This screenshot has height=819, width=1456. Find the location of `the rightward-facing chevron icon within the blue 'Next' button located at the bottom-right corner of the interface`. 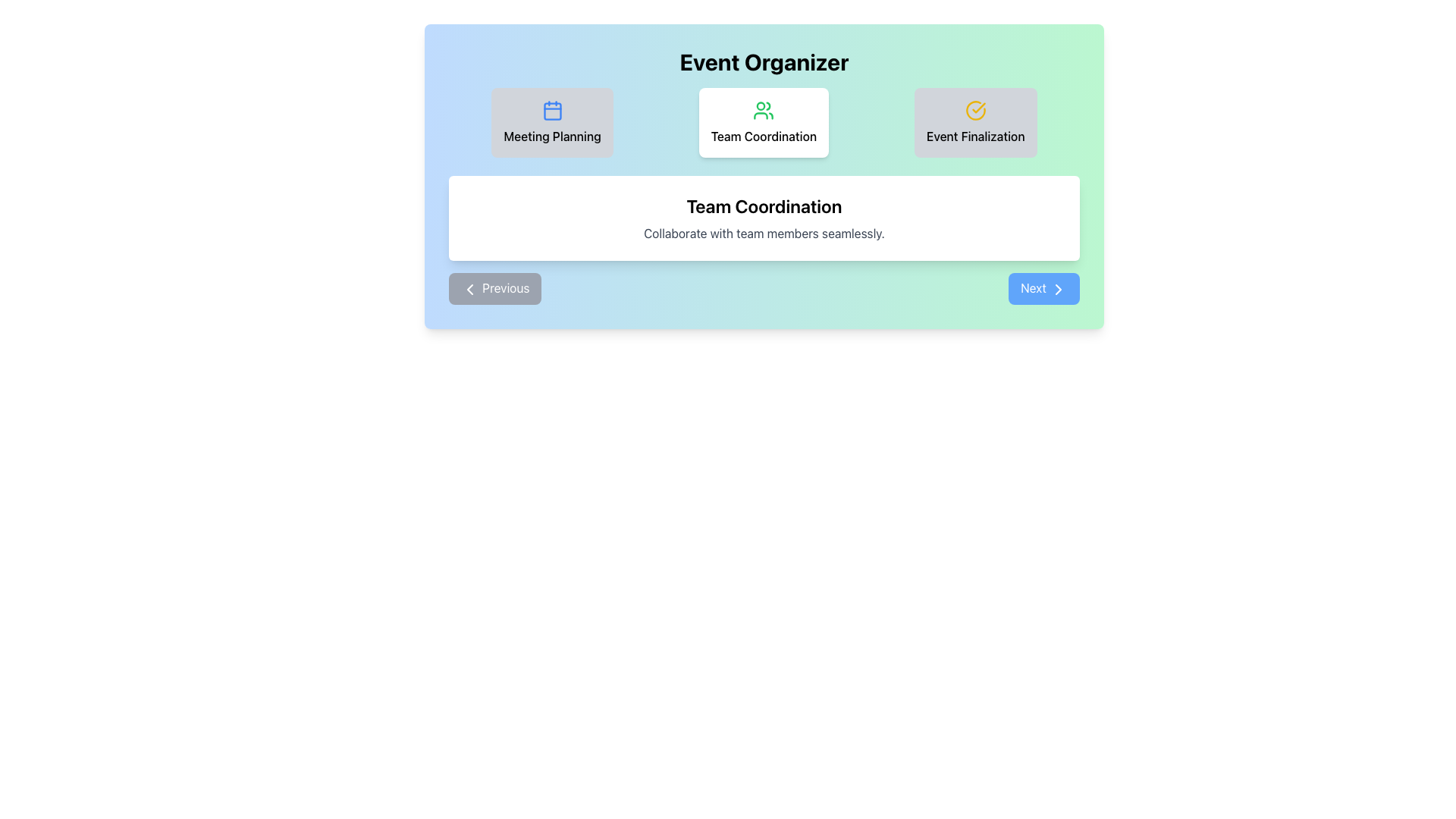

the rightward-facing chevron icon within the blue 'Next' button located at the bottom-right corner of the interface is located at coordinates (1058, 289).